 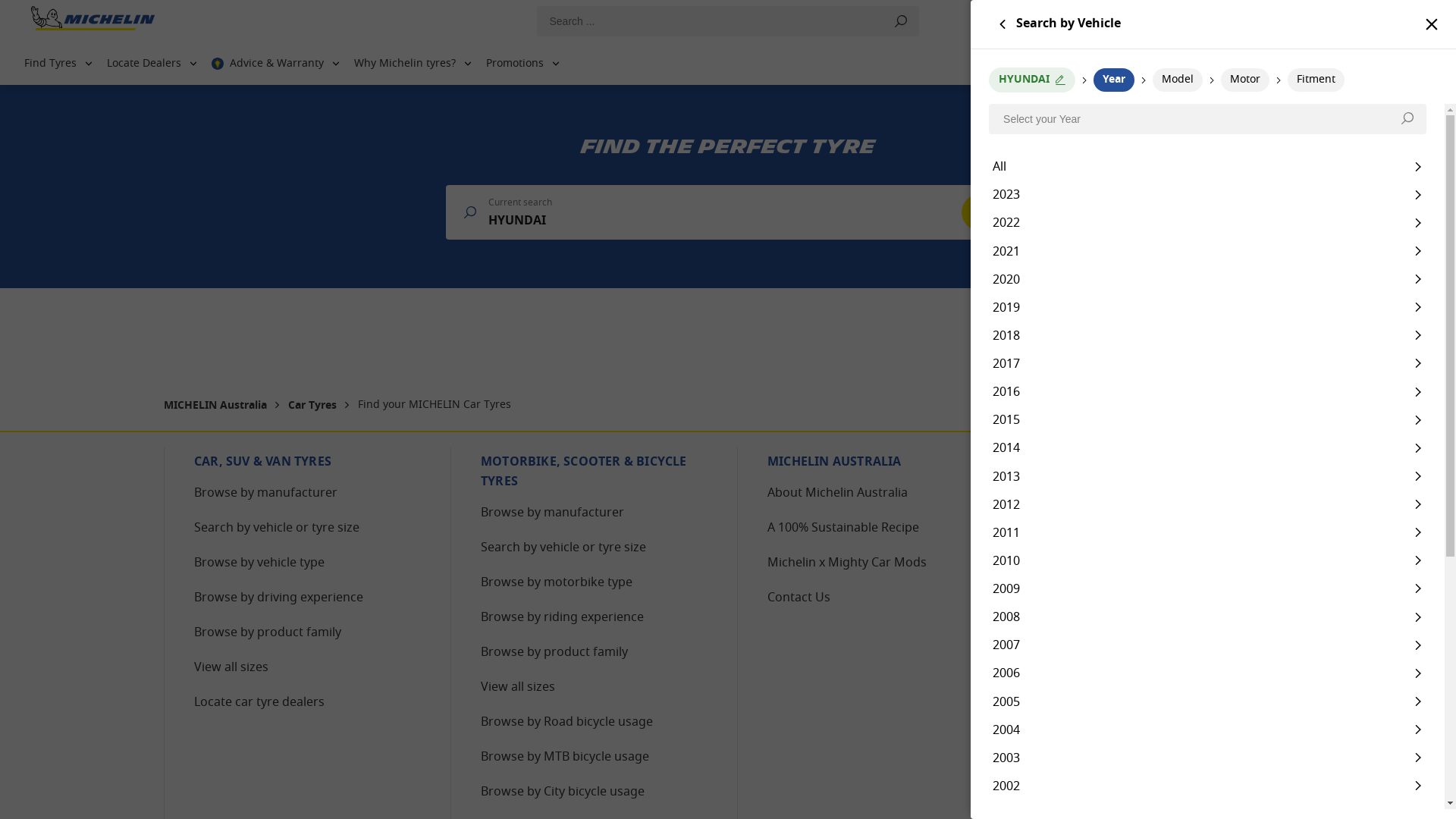 What do you see at coordinates (276, 528) in the screenshot?
I see `'Search by vehicle or tyre size'` at bounding box center [276, 528].